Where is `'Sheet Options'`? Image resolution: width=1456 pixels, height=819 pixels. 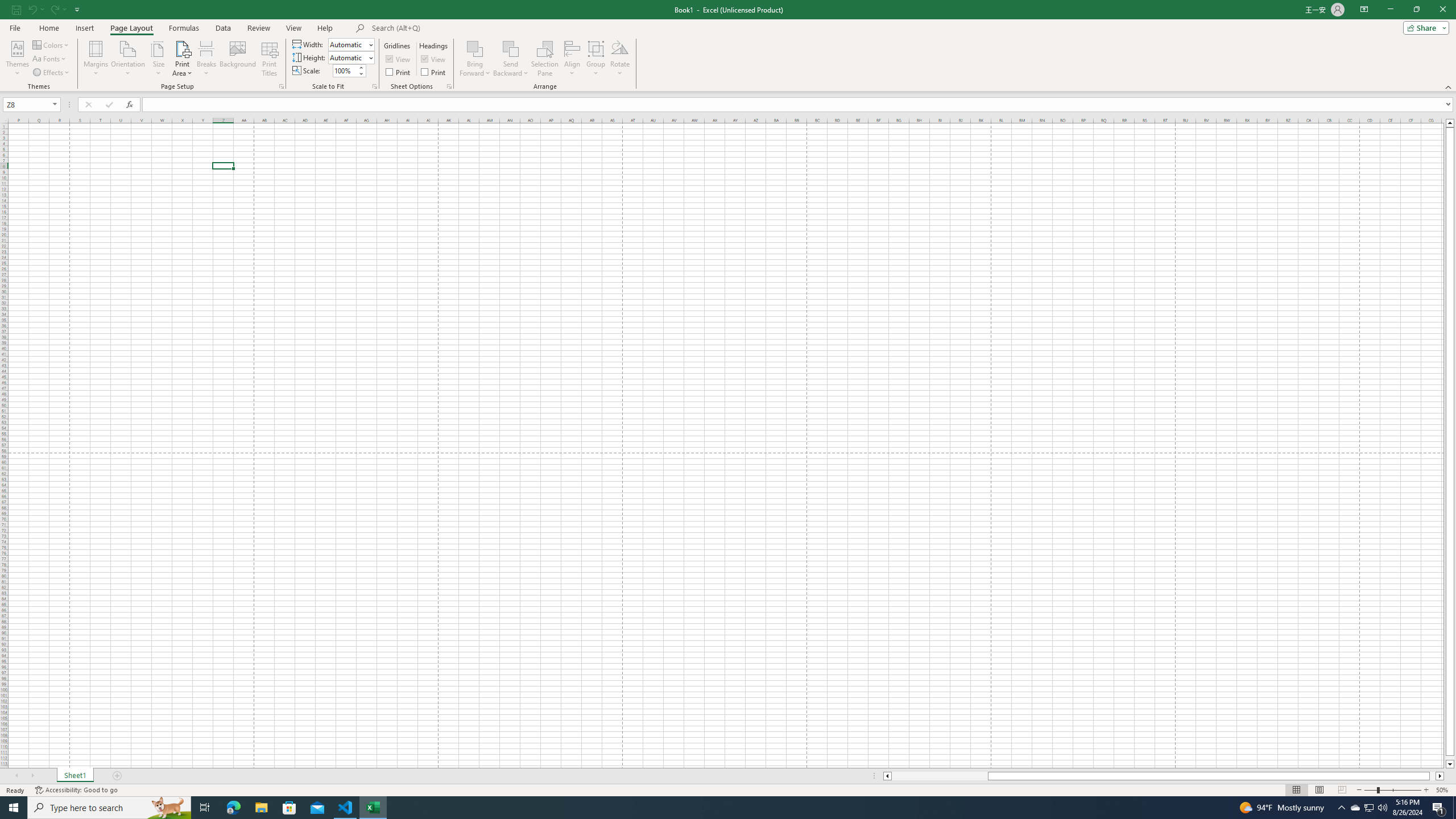
'Sheet Options' is located at coordinates (448, 85).